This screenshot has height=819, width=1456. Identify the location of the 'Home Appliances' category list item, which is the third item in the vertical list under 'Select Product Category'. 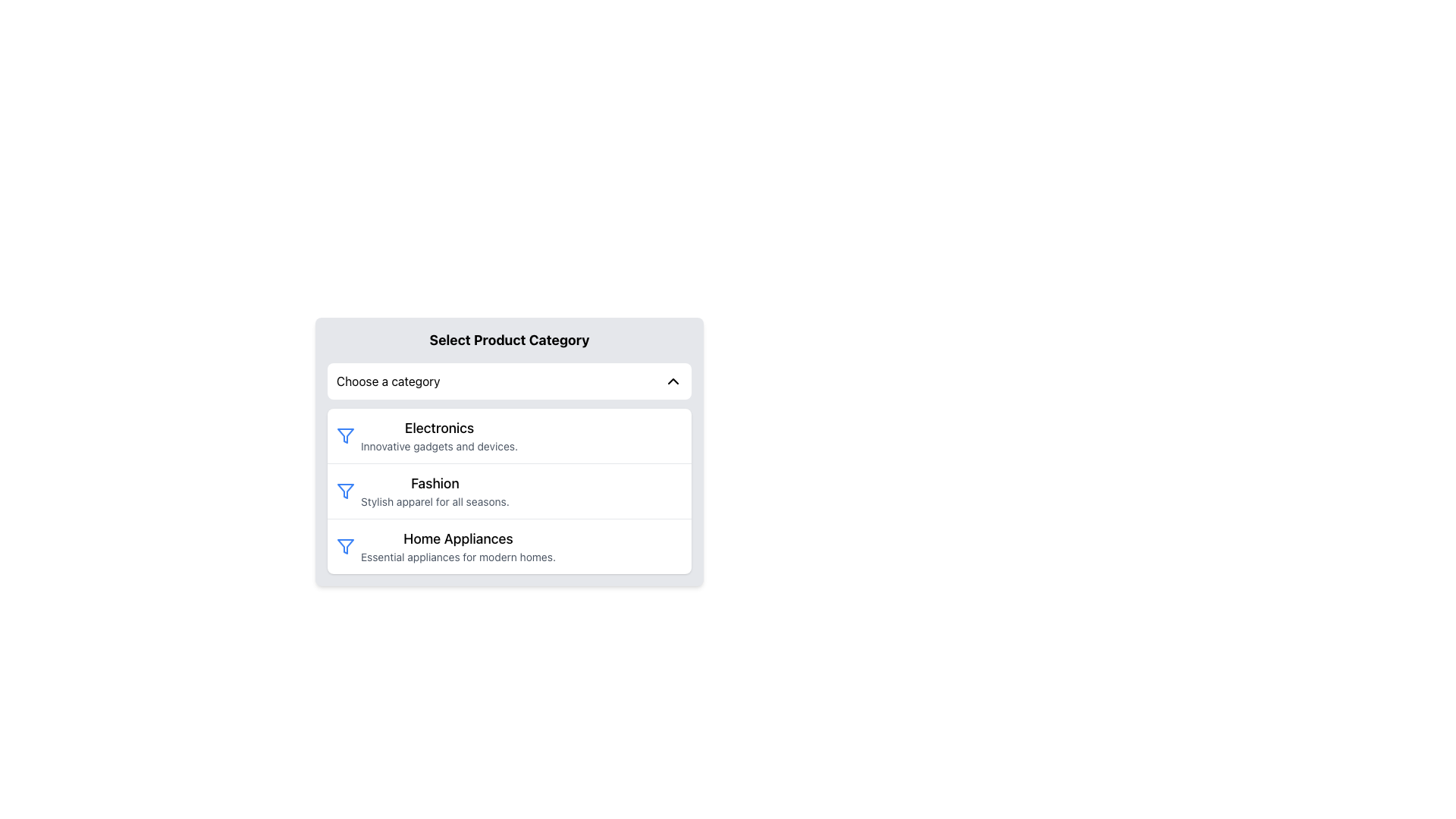
(510, 547).